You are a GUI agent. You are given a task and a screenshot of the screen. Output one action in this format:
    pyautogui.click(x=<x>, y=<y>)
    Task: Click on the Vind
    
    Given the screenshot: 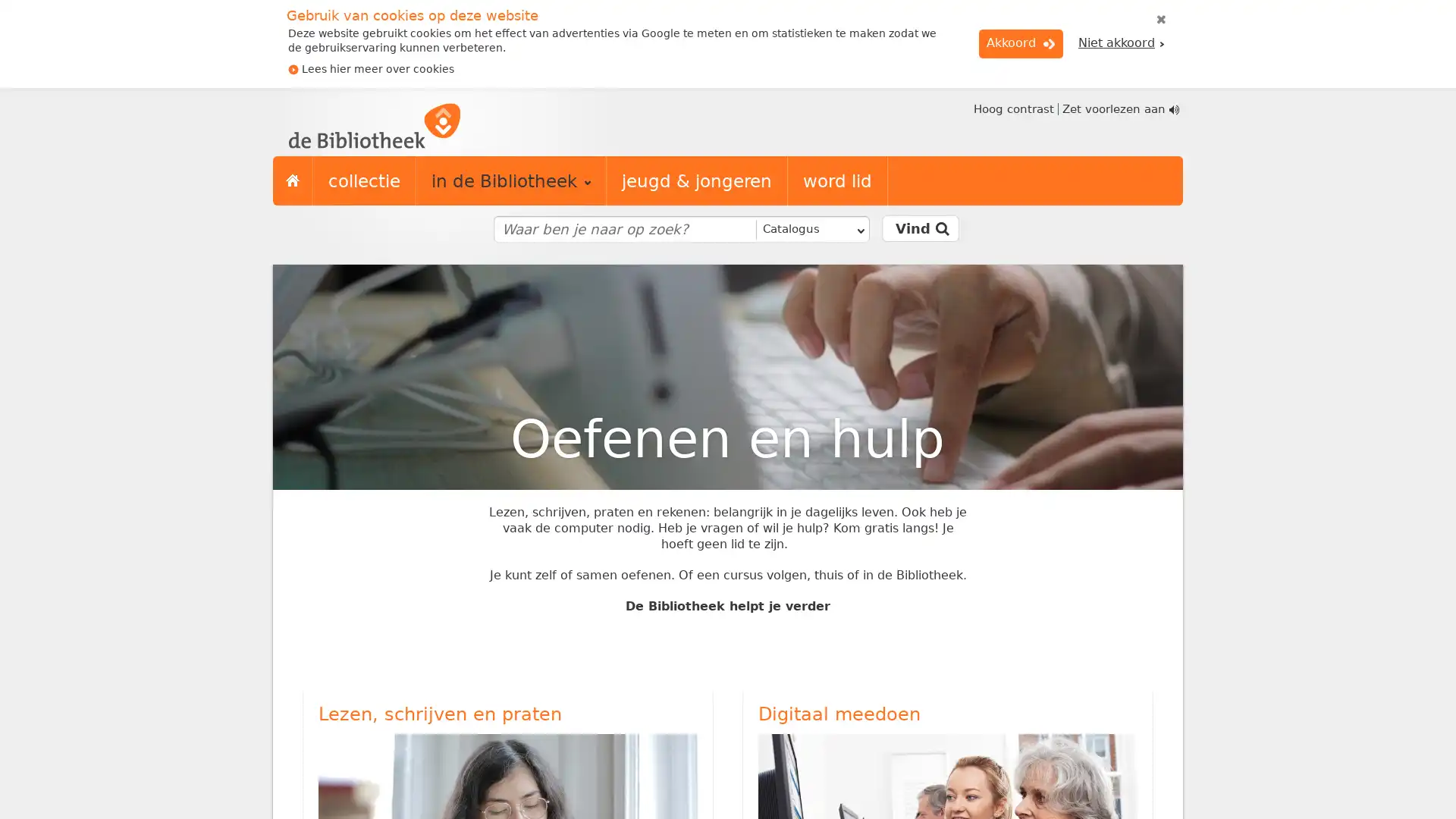 What is the action you would take?
    pyautogui.click(x=919, y=228)
    